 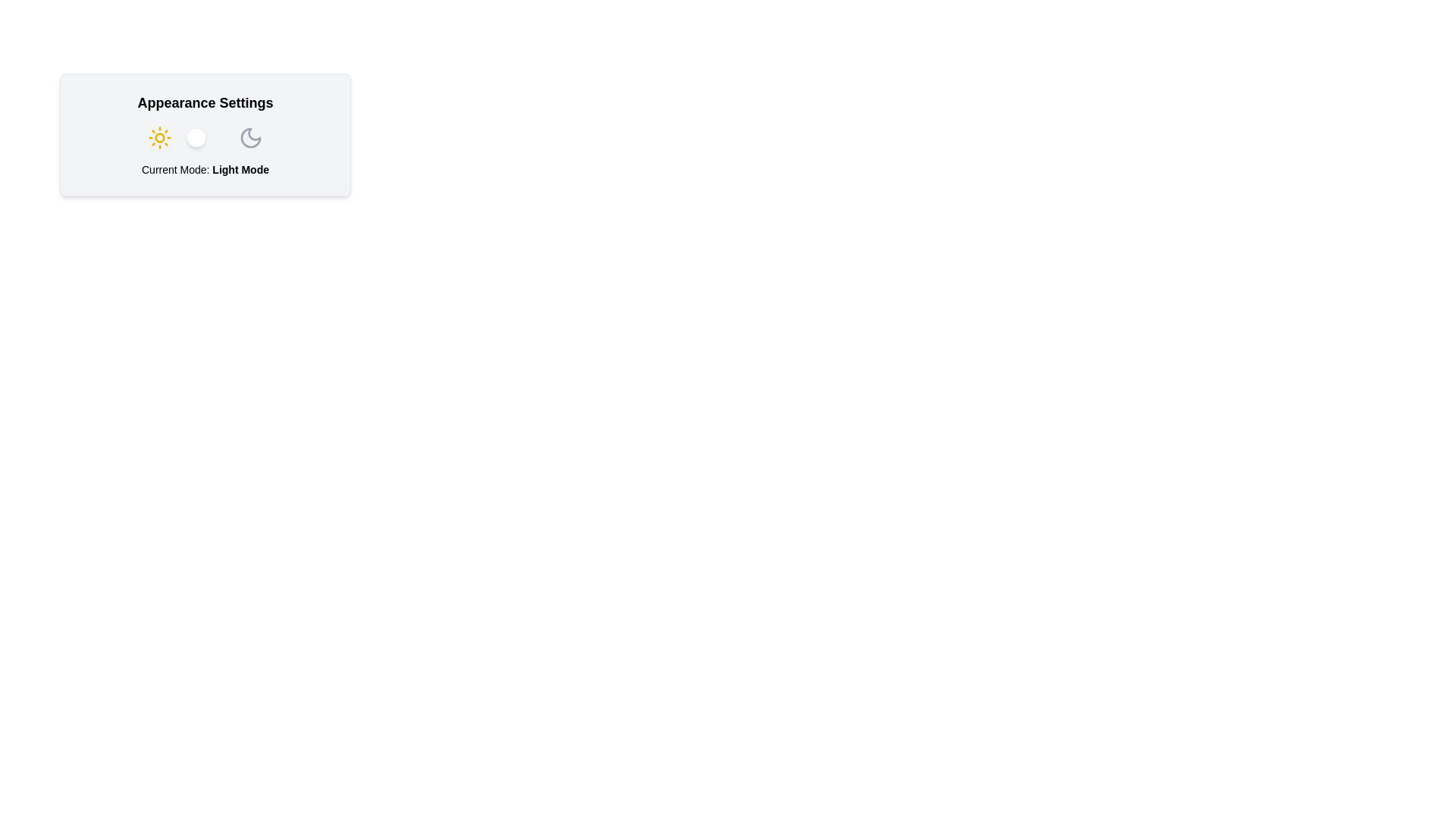 I want to click on the circular toggle of the mode switch located in the 'Appearance Settings' section, so click(x=204, y=137).